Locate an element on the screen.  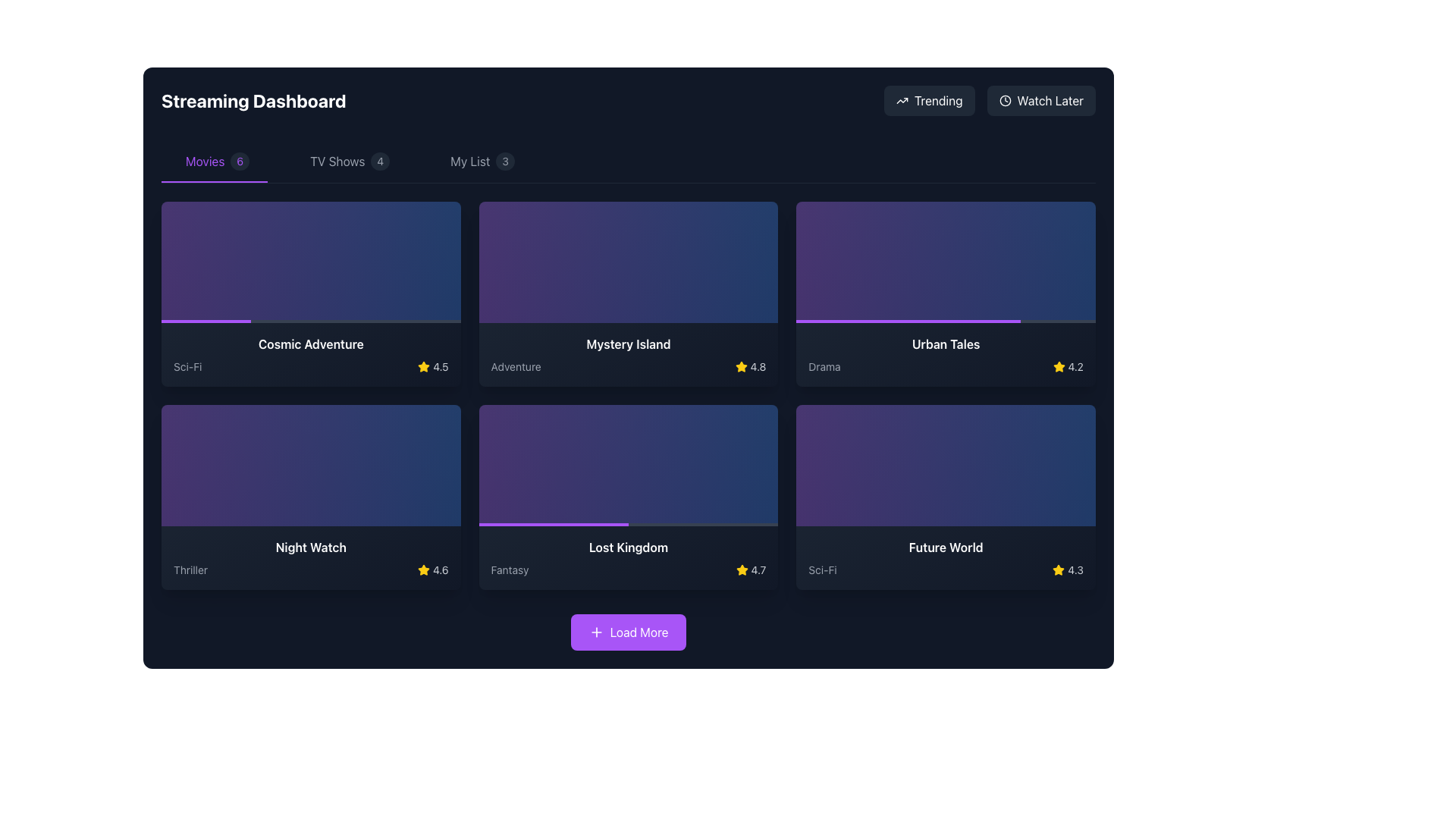
the SVG circle element that serves as the outer circular boundary of the clock icon, located near the 'Watch Later' button in the top-right corner of the interface is located at coordinates (1005, 100).